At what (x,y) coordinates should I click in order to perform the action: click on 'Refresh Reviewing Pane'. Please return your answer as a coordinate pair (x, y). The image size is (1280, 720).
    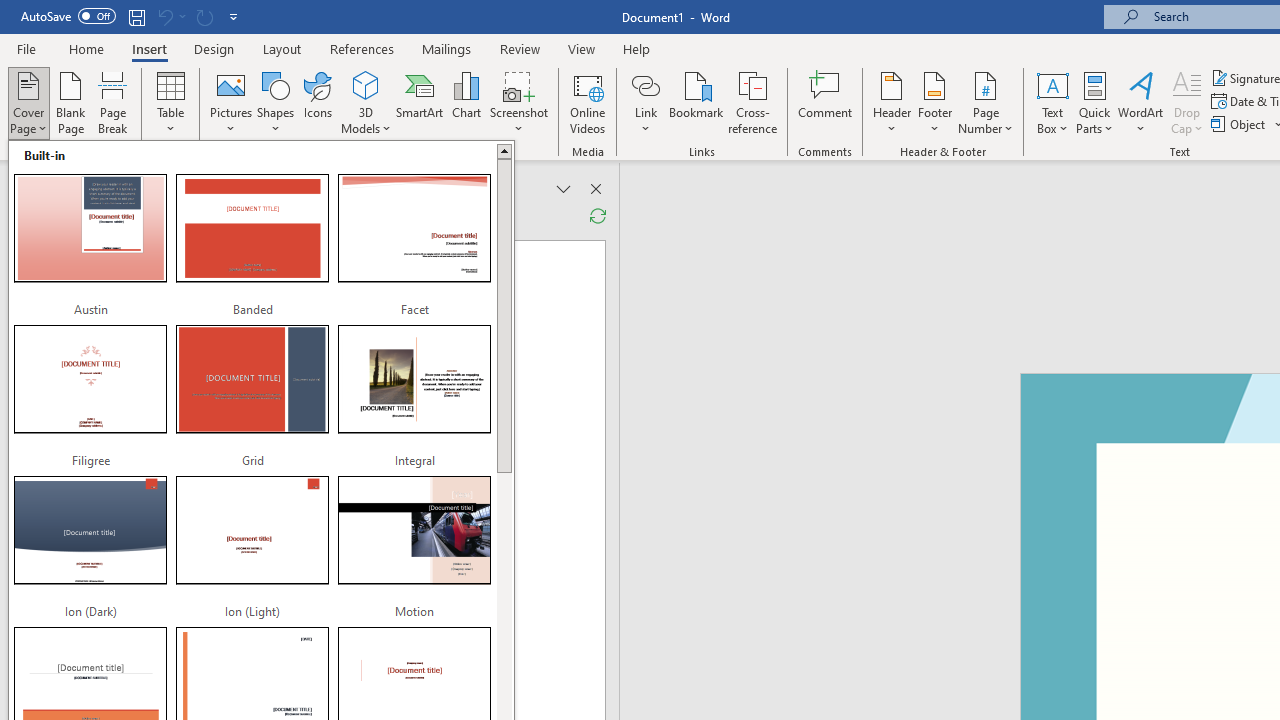
    Looking at the image, I should click on (596, 216).